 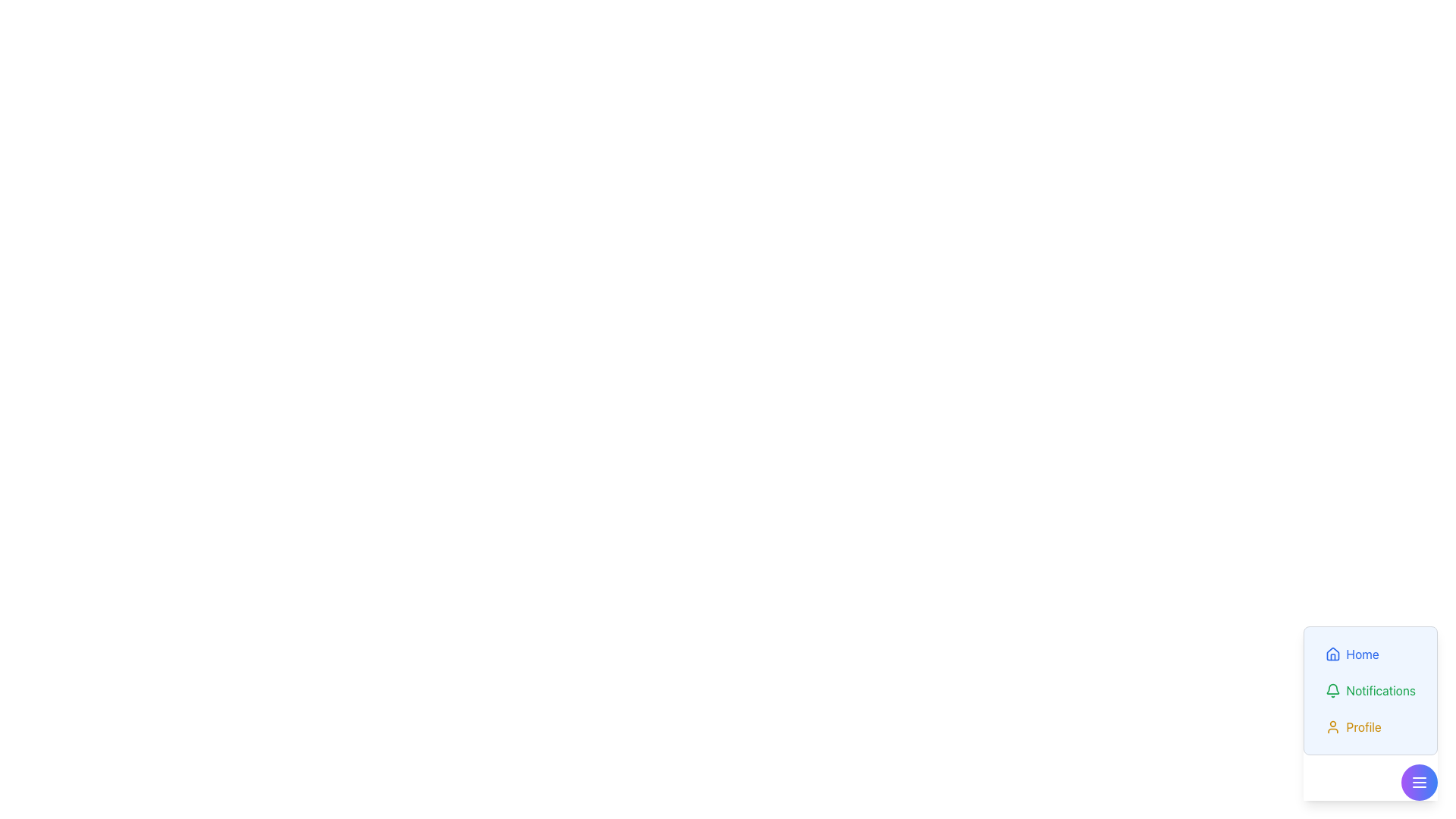 What do you see at coordinates (1370, 654) in the screenshot?
I see `the 'Home' navigation button located at the bottom-right corner of the interface` at bounding box center [1370, 654].